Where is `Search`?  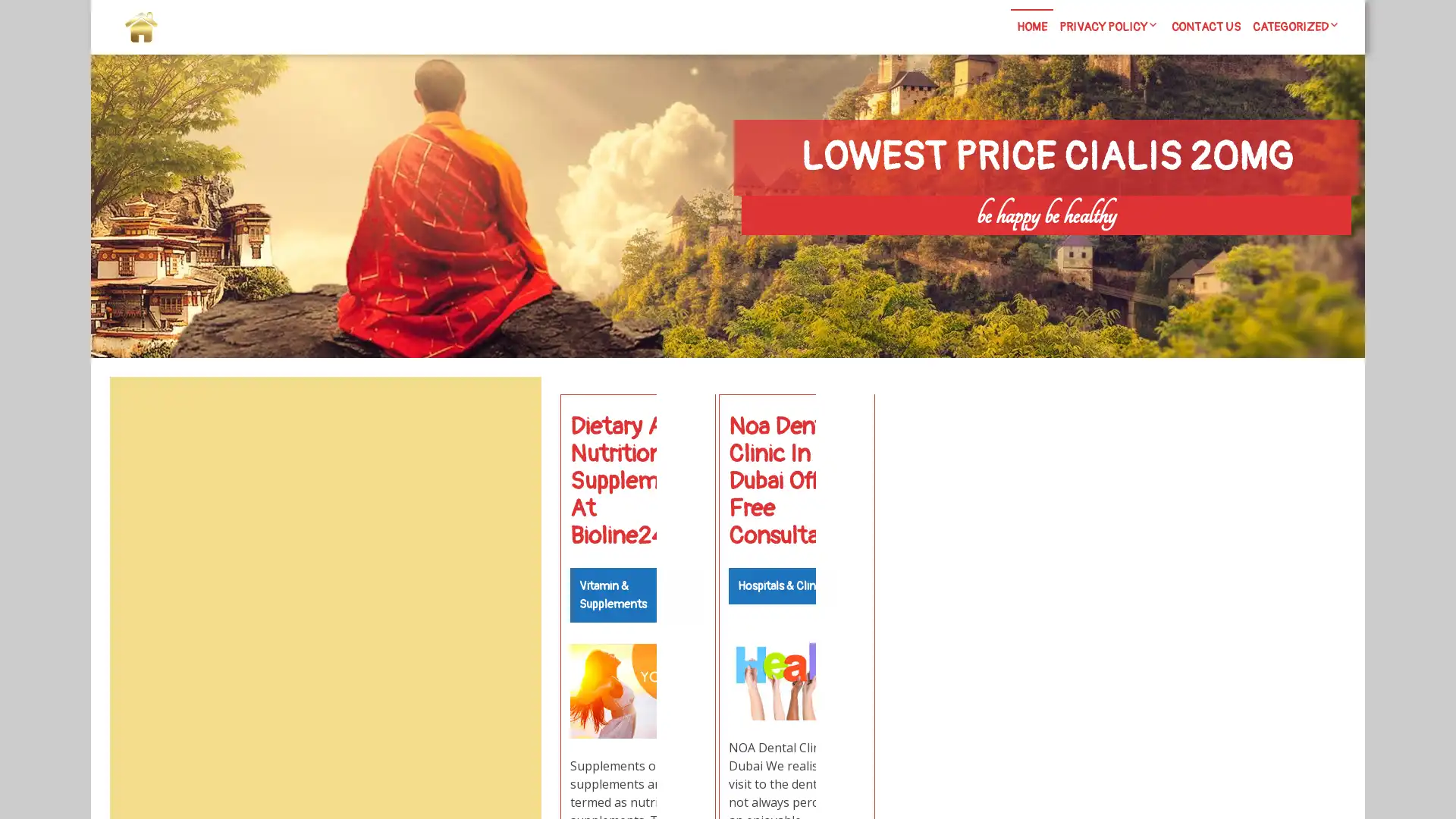 Search is located at coordinates (1181, 248).